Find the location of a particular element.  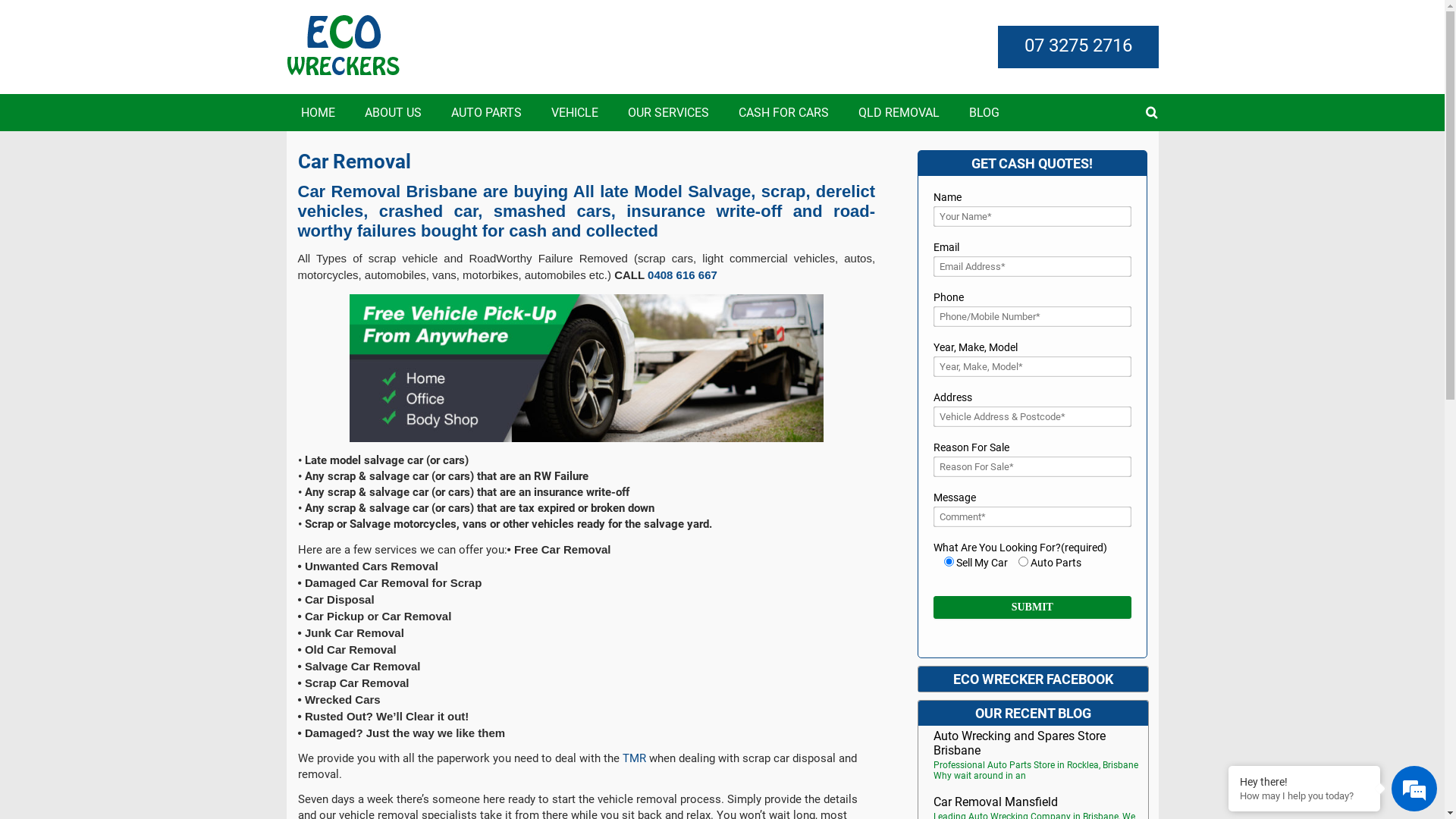

'0408 616 667' is located at coordinates (682, 275).